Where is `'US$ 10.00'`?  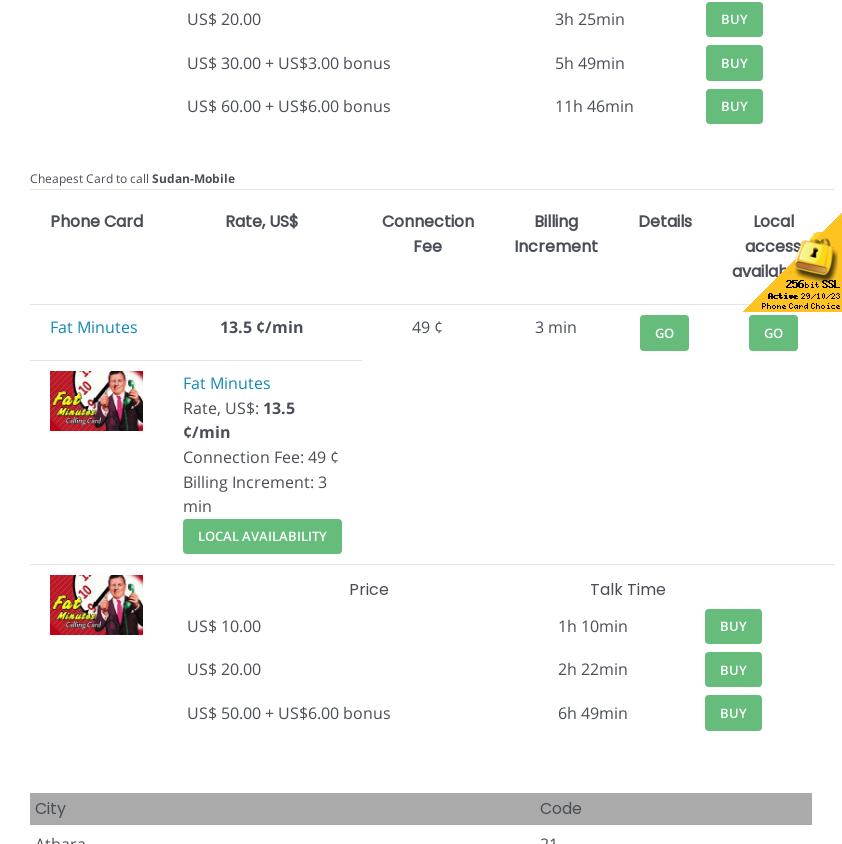
'US$ 10.00' is located at coordinates (223, 625).